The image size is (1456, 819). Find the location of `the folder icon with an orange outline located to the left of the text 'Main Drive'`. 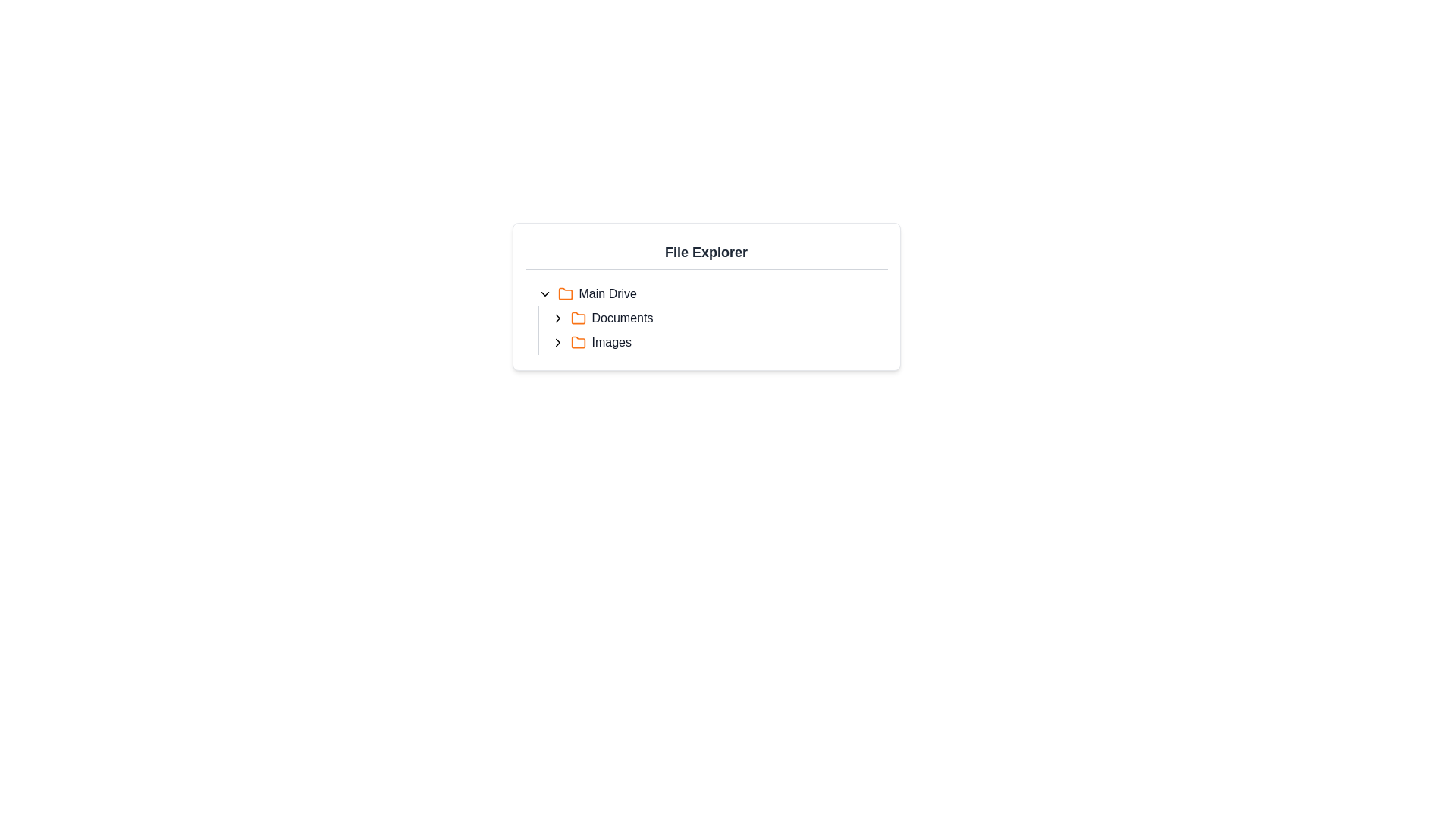

the folder icon with an orange outline located to the left of the text 'Main Drive' is located at coordinates (564, 294).